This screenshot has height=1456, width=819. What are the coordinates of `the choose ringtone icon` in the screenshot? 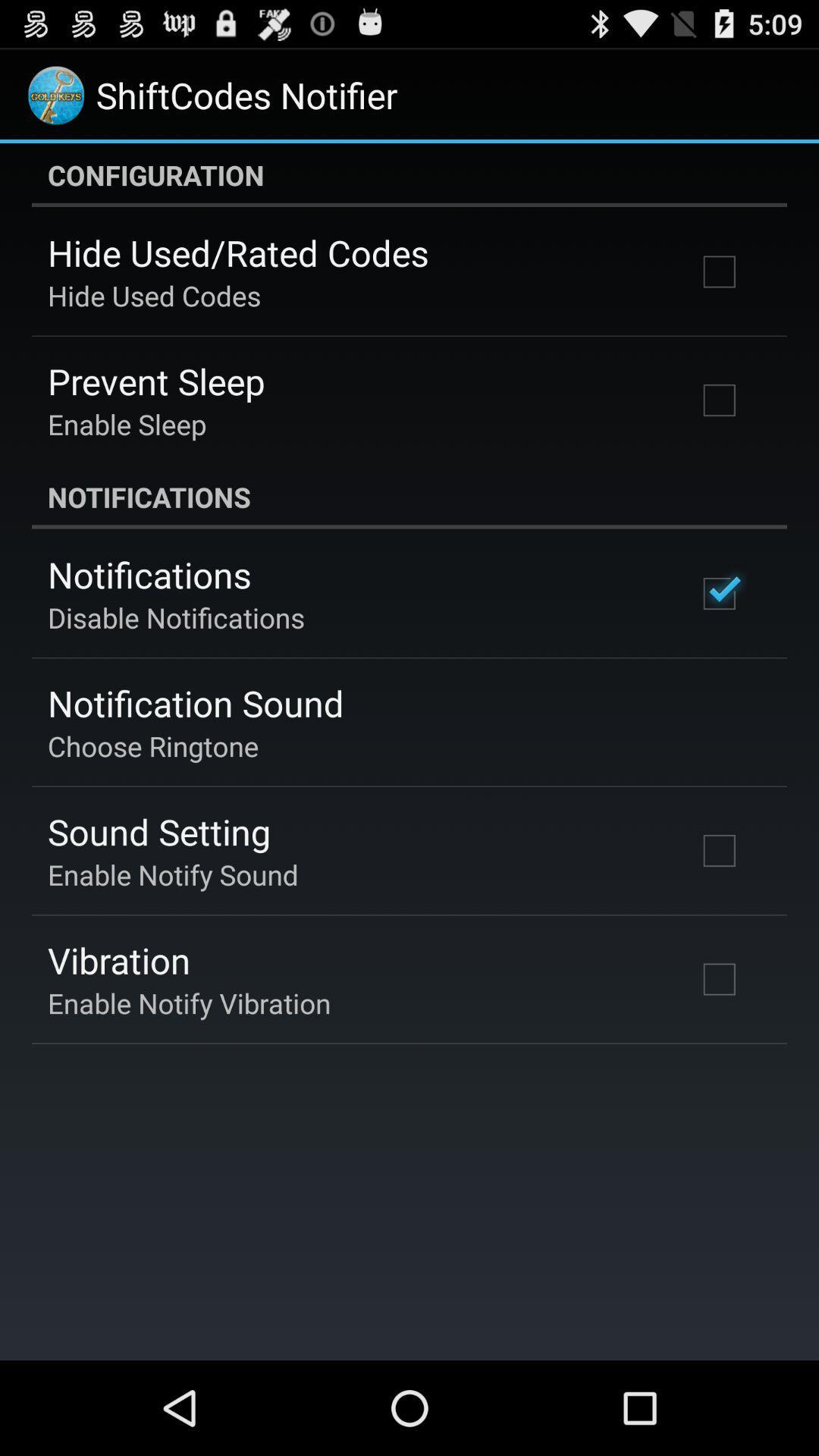 It's located at (153, 745).